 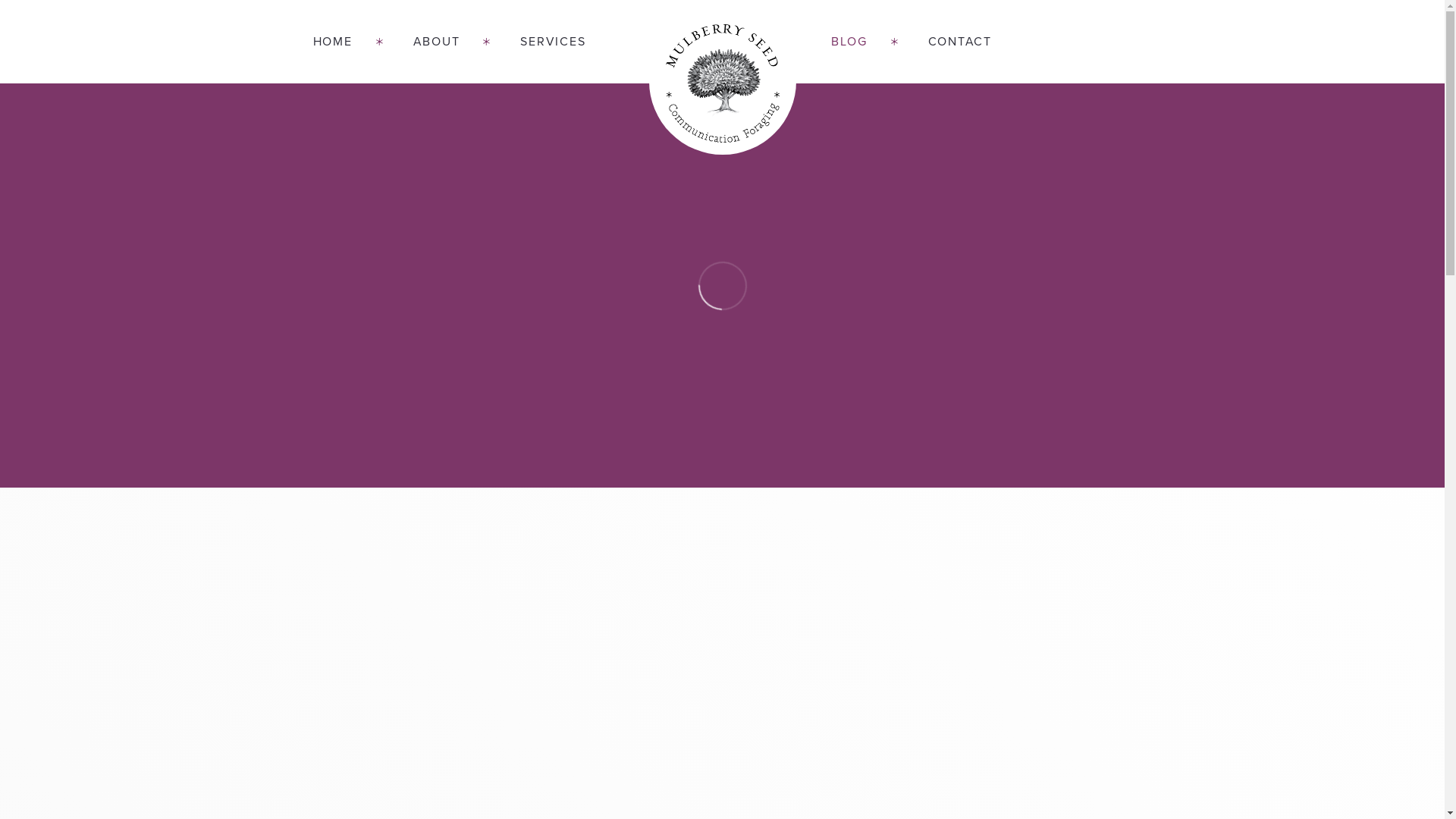 What do you see at coordinates (800, 40) in the screenshot?
I see `'BLOG'` at bounding box center [800, 40].